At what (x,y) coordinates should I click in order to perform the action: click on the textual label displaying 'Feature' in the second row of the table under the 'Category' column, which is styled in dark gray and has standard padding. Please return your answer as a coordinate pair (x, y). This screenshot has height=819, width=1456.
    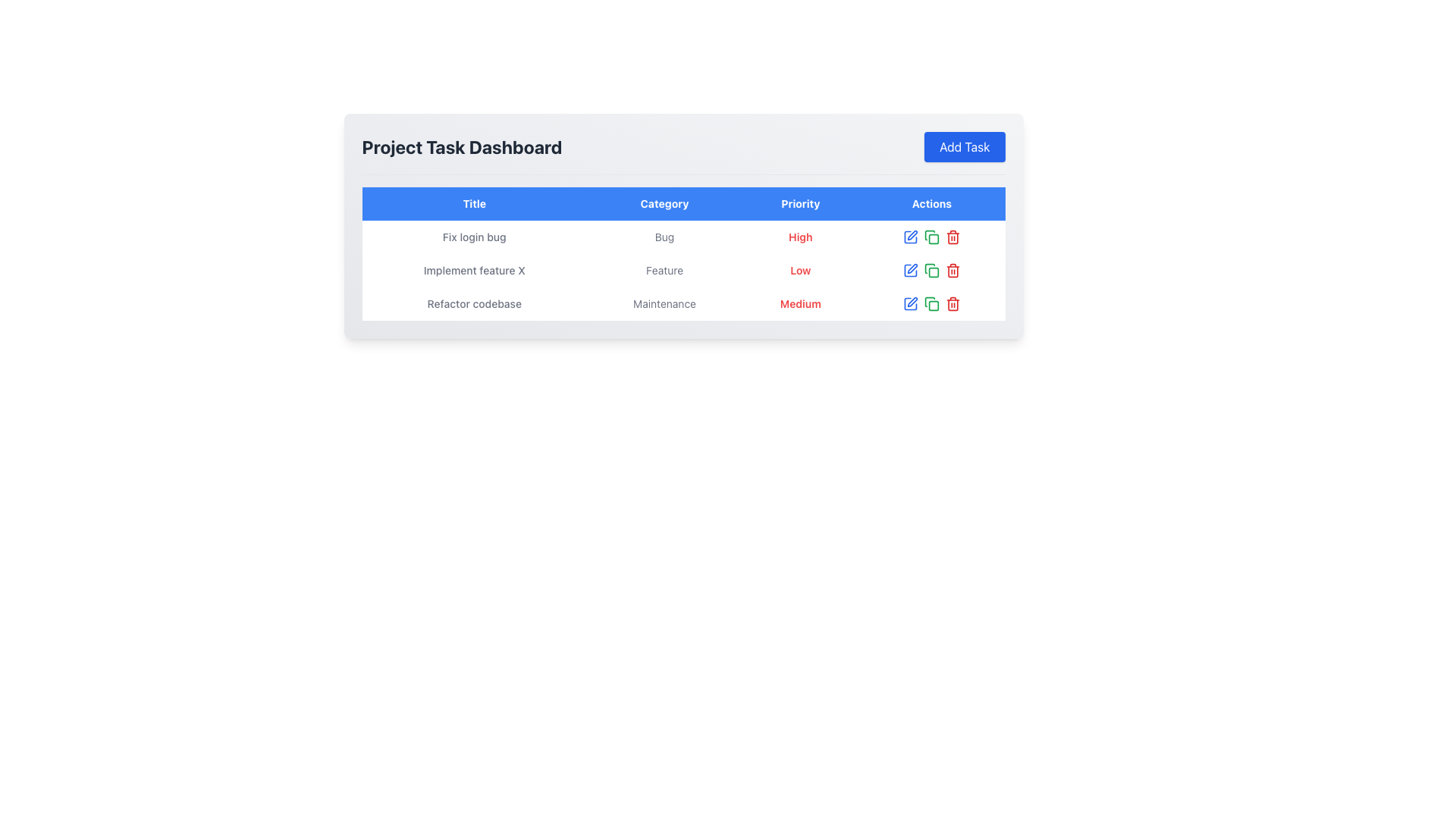
    Looking at the image, I should click on (664, 270).